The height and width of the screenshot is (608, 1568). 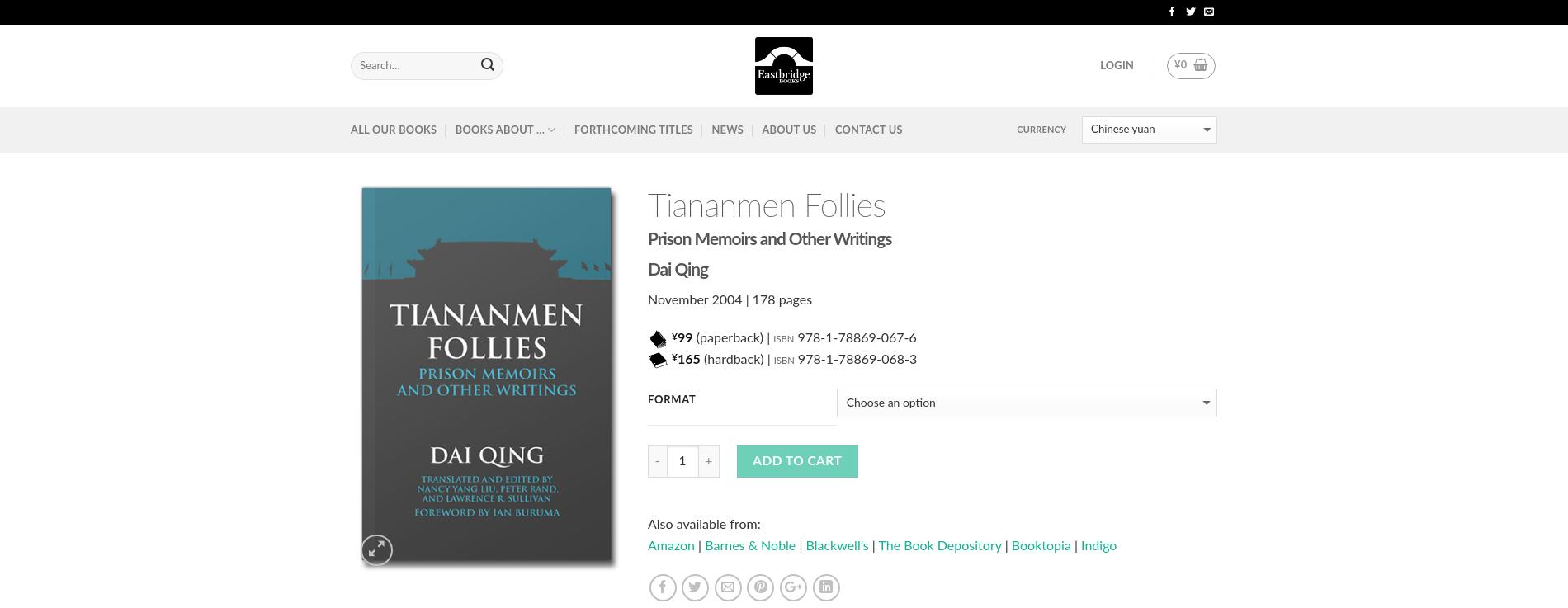 What do you see at coordinates (702, 525) in the screenshot?
I see `'Also available from:'` at bounding box center [702, 525].